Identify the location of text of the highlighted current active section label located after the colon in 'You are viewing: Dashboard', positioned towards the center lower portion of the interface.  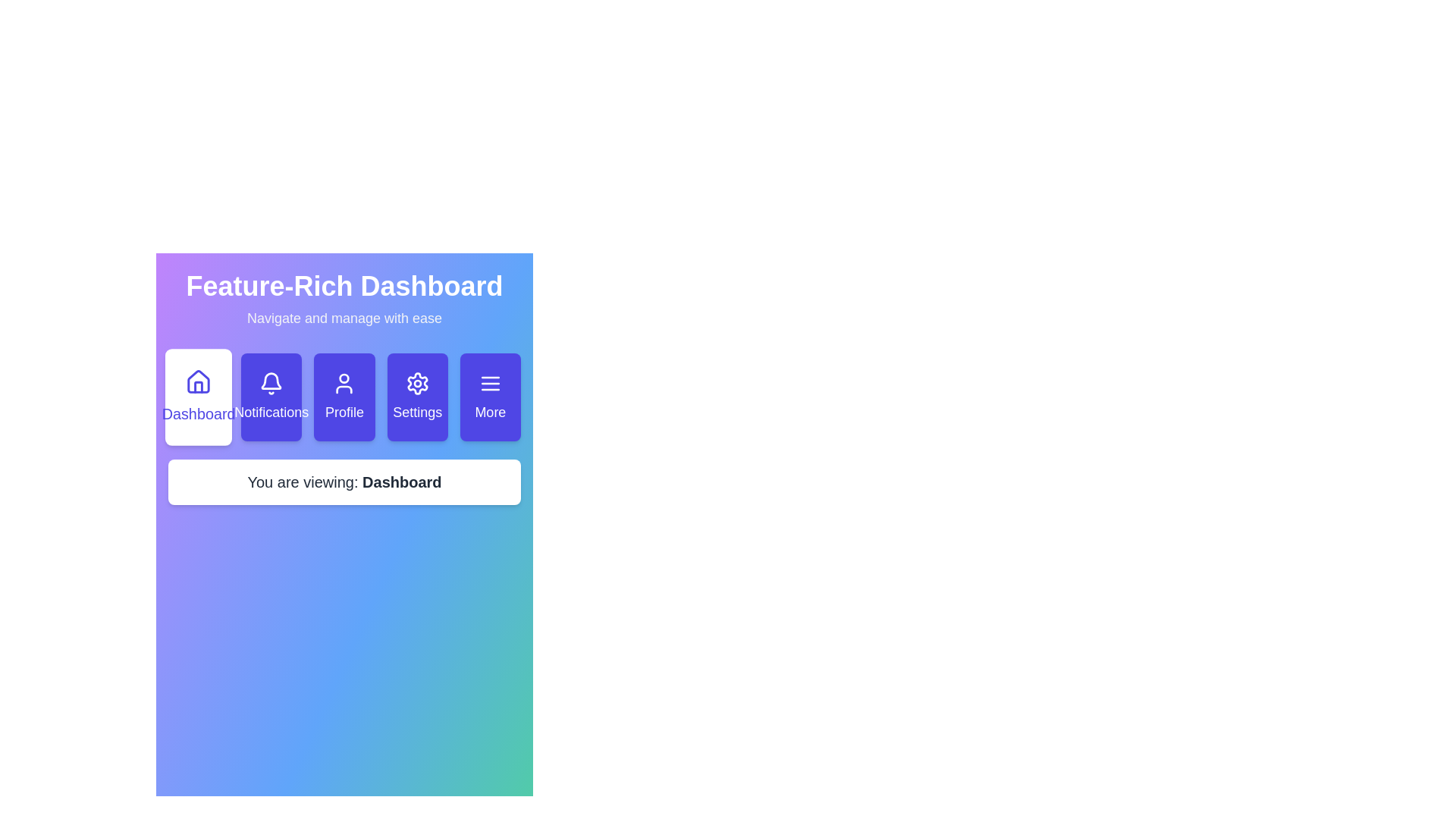
(402, 482).